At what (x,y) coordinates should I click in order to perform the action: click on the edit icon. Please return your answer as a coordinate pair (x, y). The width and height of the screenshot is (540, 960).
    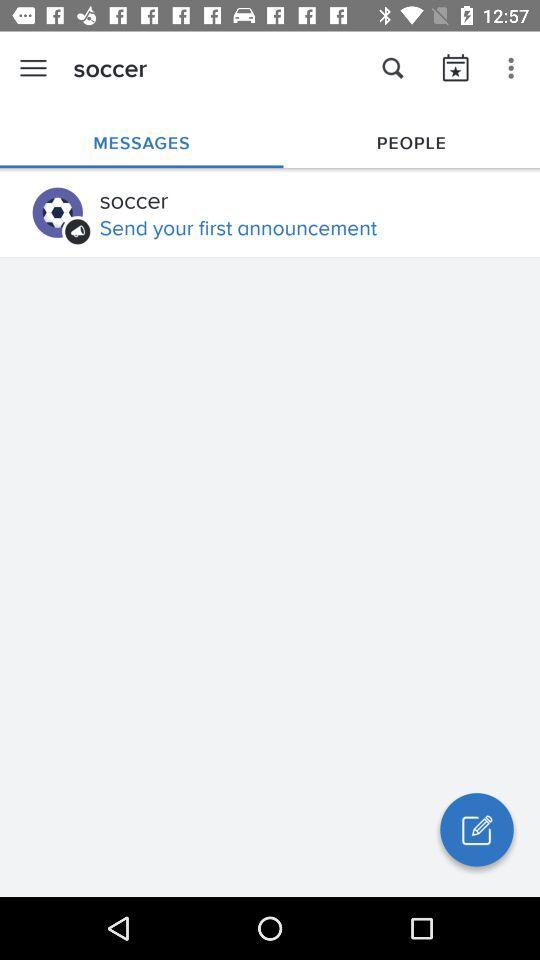
    Looking at the image, I should click on (475, 829).